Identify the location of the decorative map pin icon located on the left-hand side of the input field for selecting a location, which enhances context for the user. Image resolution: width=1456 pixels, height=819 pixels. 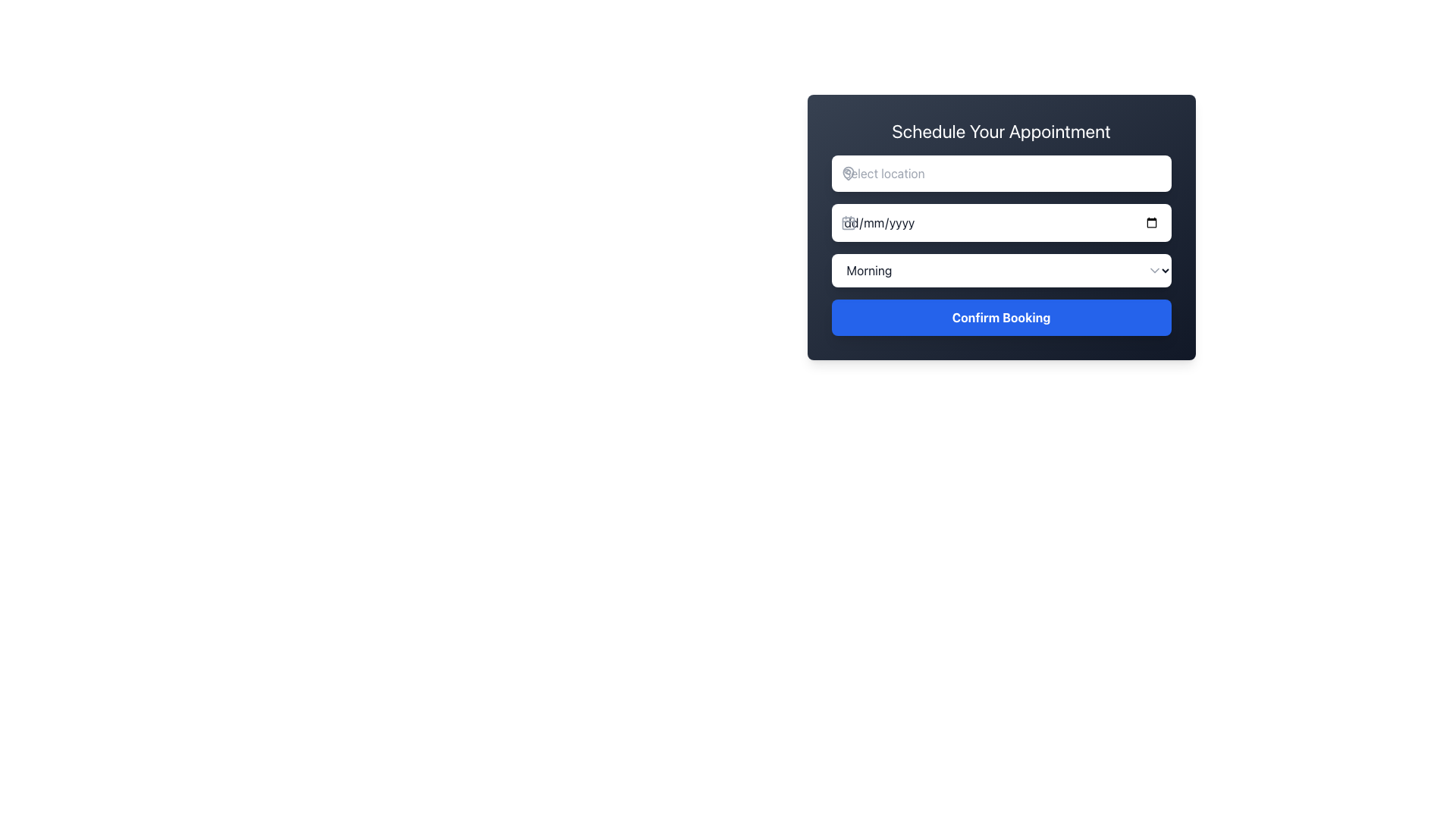
(847, 172).